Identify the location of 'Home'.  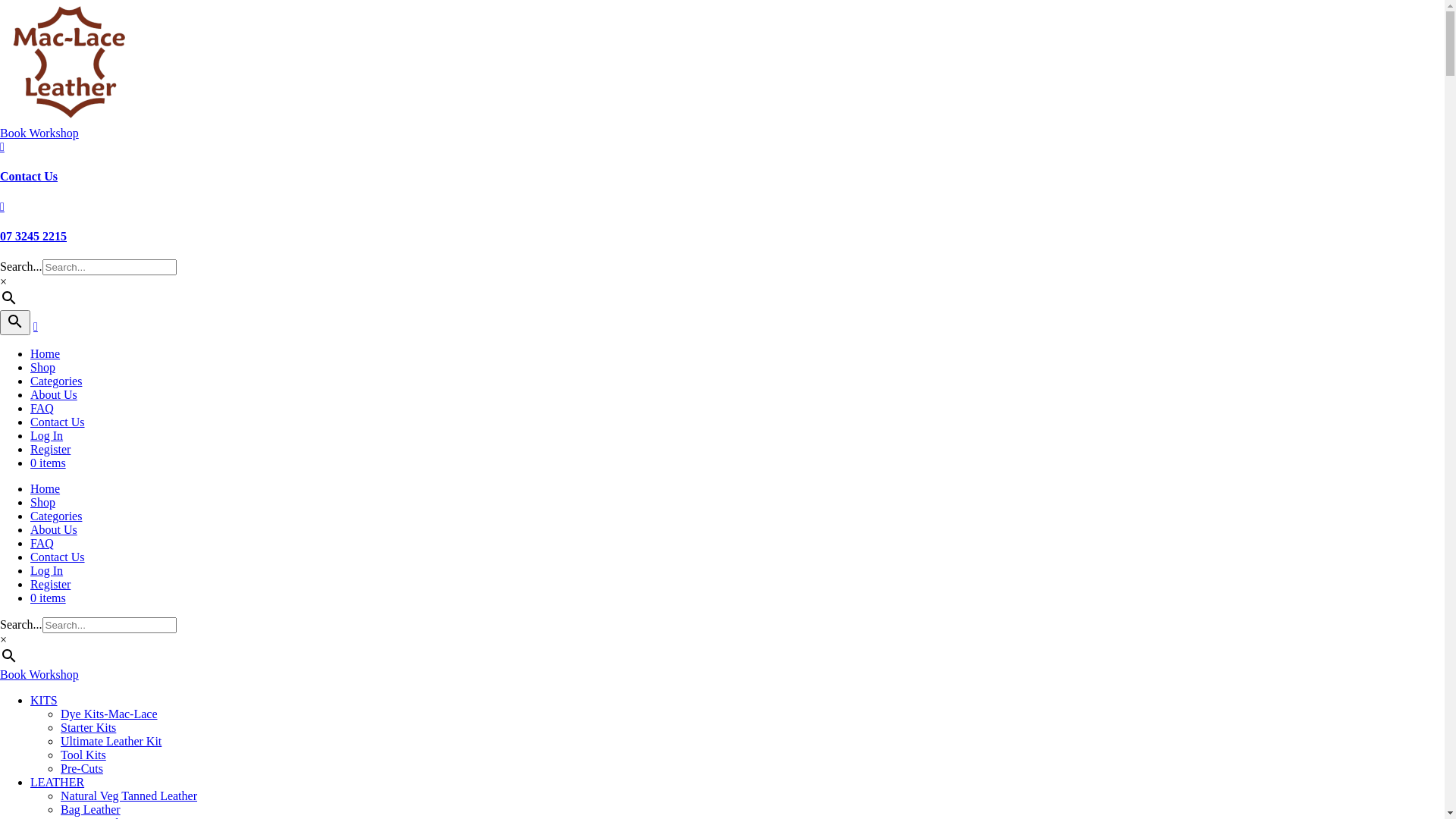
(45, 488).